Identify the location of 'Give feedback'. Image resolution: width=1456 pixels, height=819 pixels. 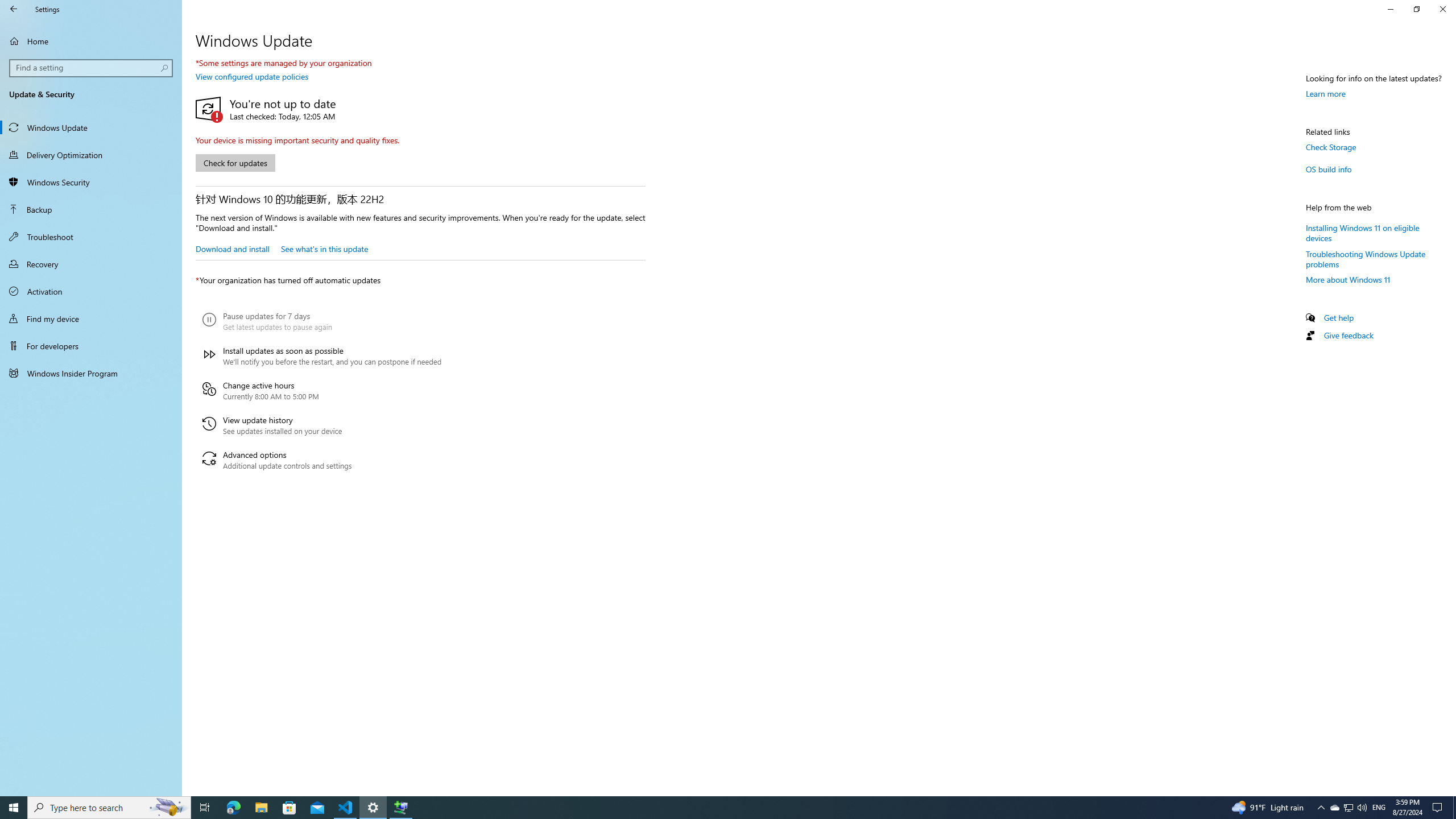
(1347, 335).